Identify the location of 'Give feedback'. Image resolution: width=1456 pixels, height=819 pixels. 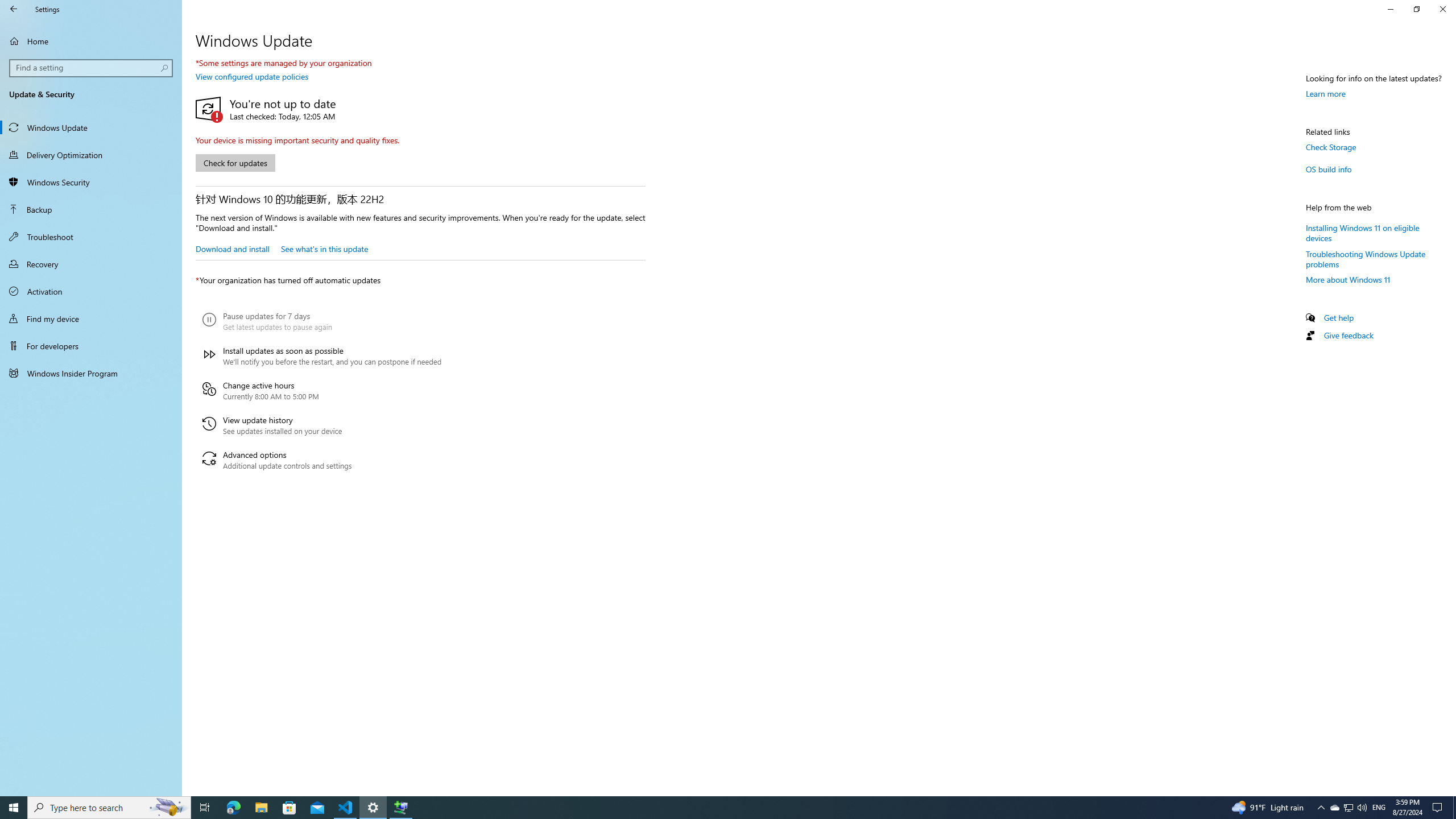
(1347, 335).